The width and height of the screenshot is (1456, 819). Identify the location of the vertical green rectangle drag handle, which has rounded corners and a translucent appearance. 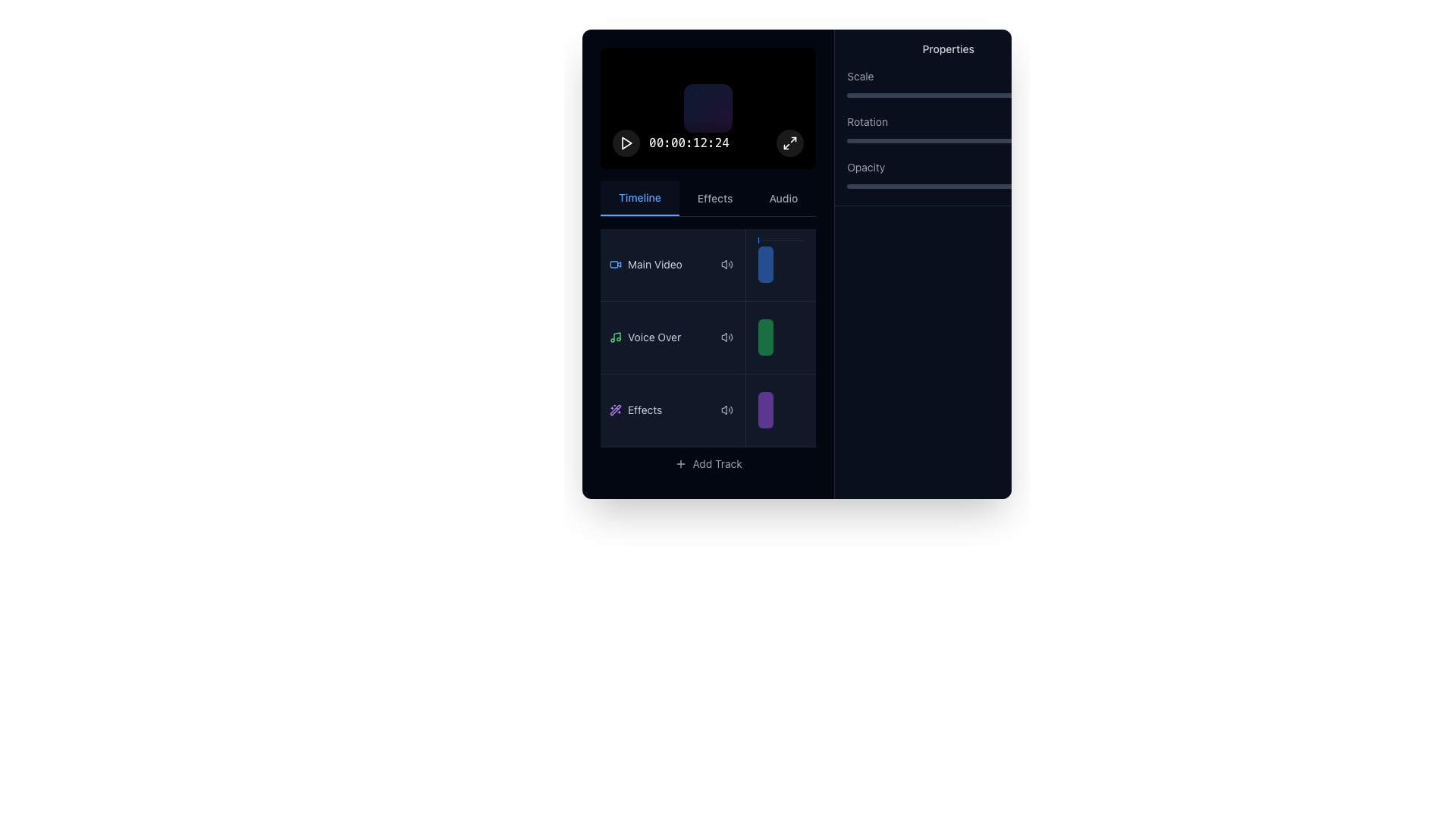
(781, 337).